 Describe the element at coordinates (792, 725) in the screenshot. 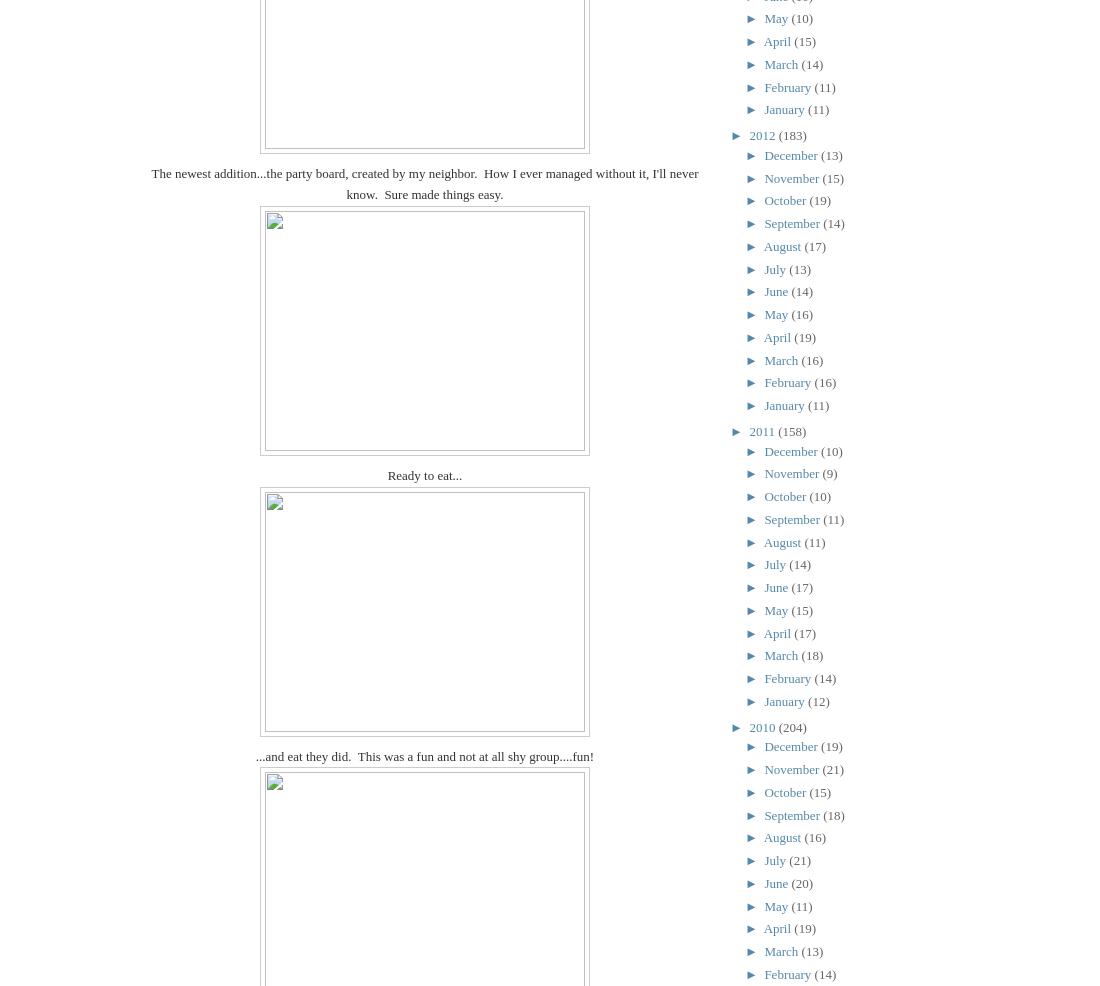

I see `'(204)'` at that location.